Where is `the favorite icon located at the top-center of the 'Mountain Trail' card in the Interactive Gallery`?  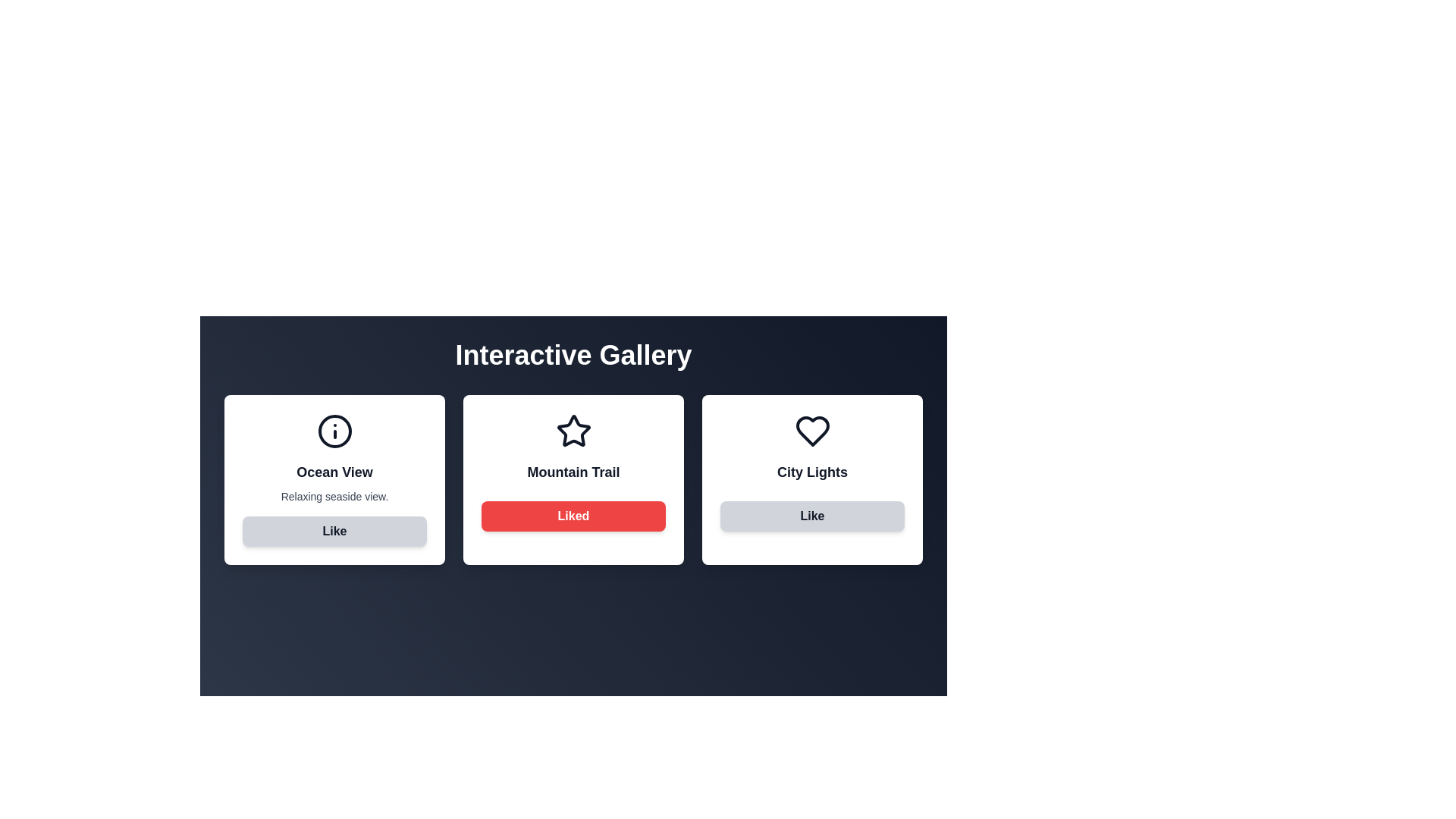
the favorite icon located at the top-center of the 'Mountain Trail' card in the Interactive Gallery is located at coordinates (573, 431).